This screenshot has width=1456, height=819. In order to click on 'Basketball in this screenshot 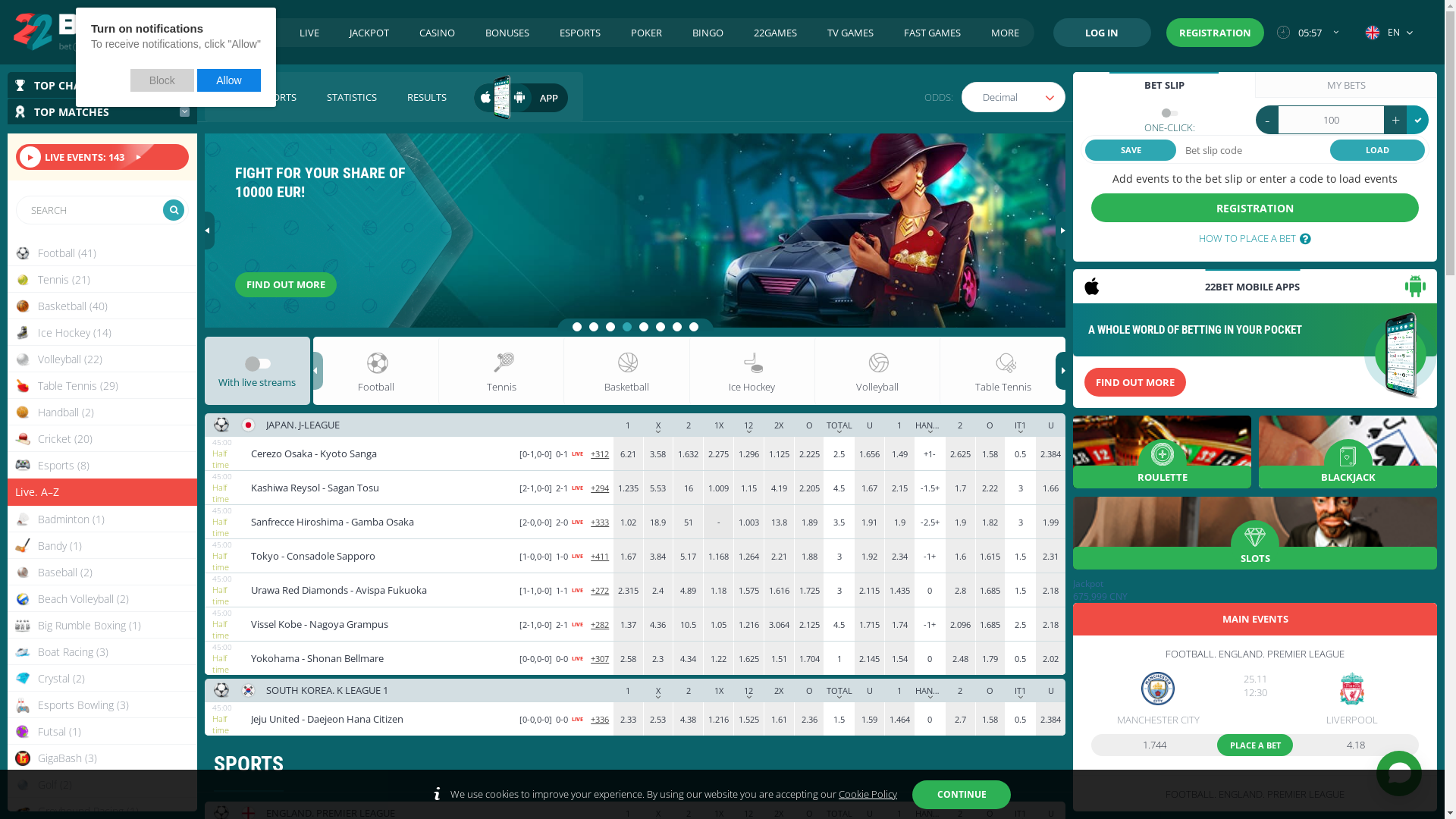, I will do `click(101, 306)`.